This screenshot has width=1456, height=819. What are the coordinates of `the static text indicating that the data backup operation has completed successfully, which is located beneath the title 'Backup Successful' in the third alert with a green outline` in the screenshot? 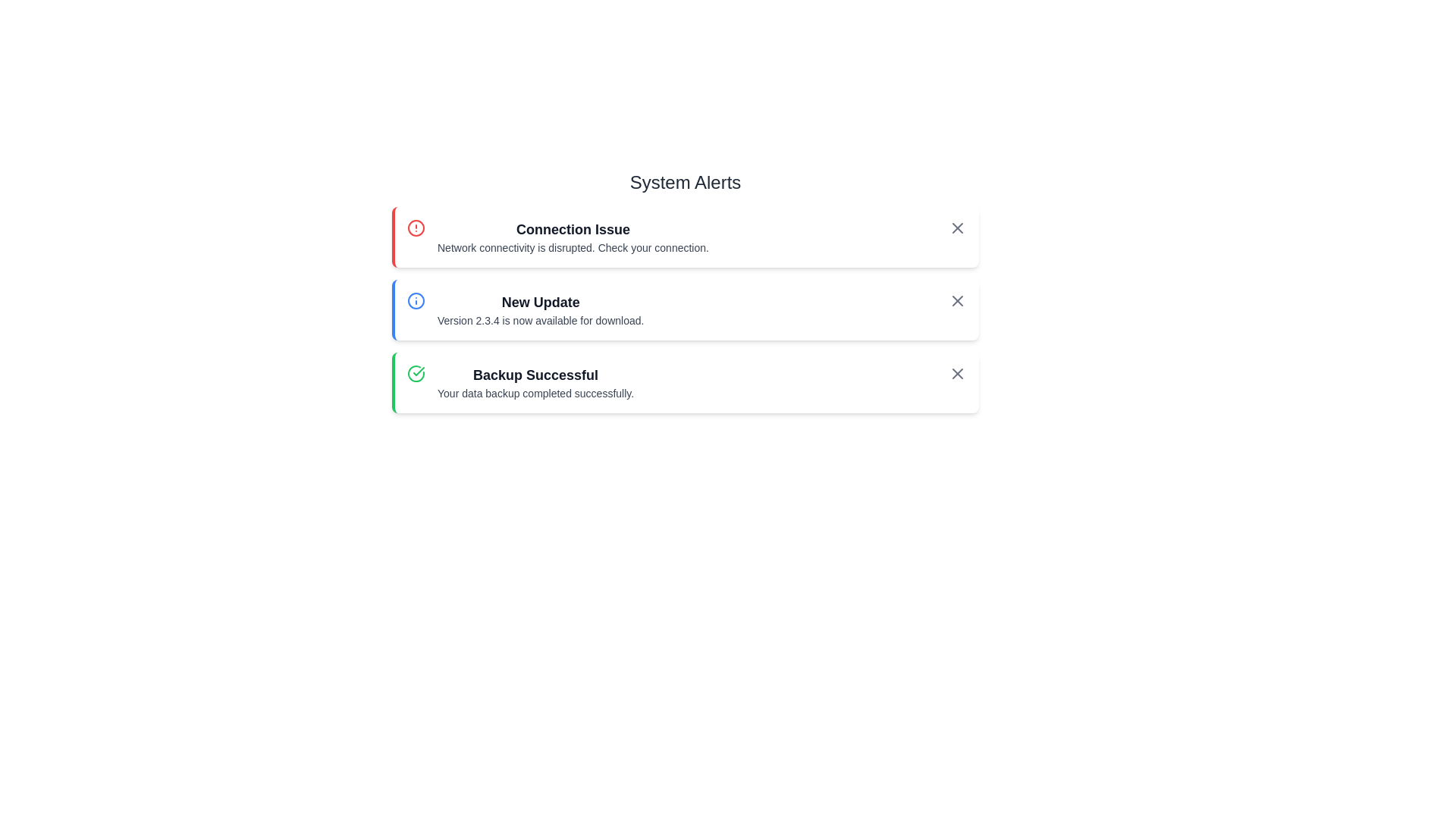 It's located at (535, 393).